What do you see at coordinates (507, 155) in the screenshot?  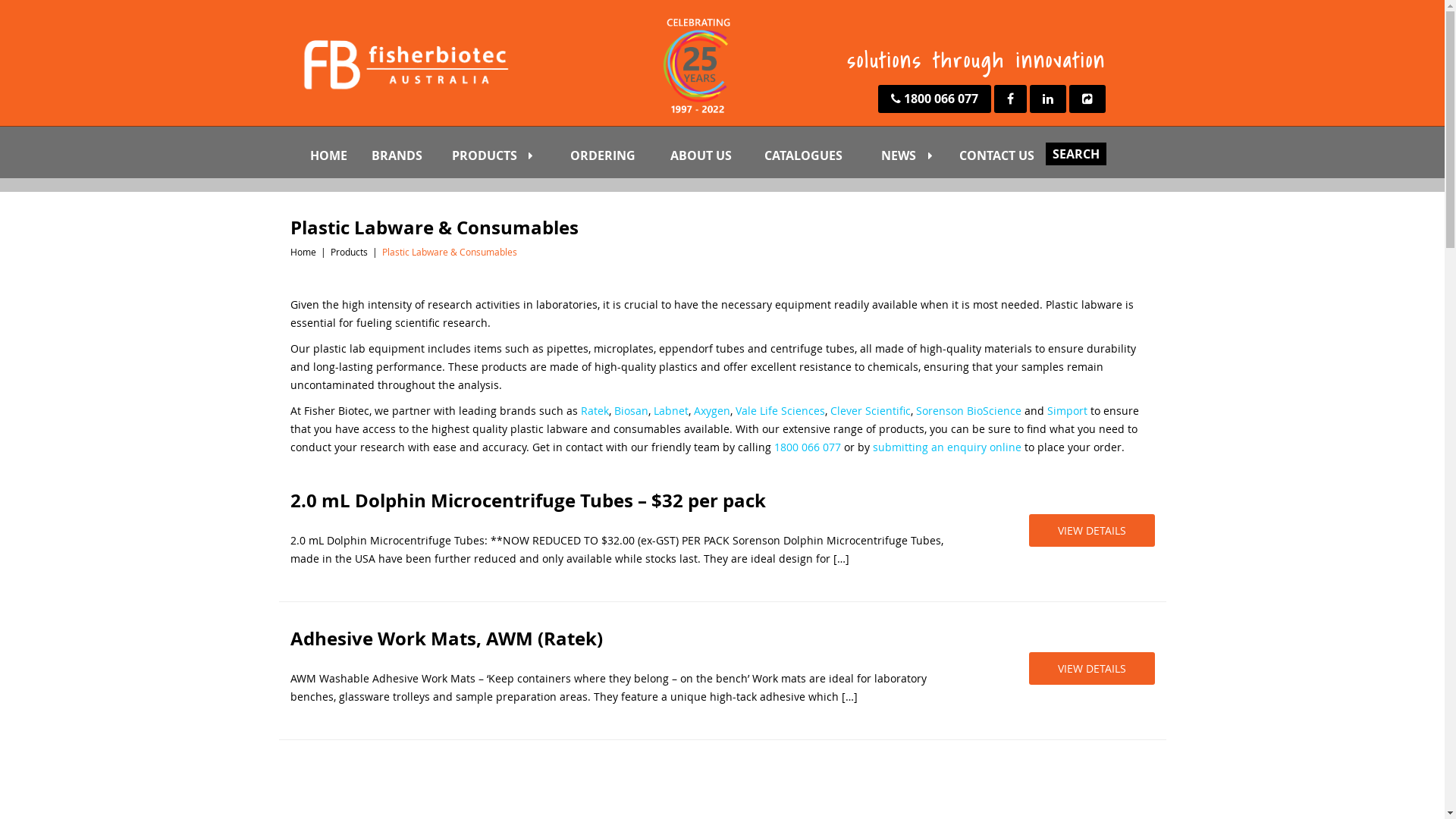 I see `'PRODUCTS'` at bounding box center [507, 155].